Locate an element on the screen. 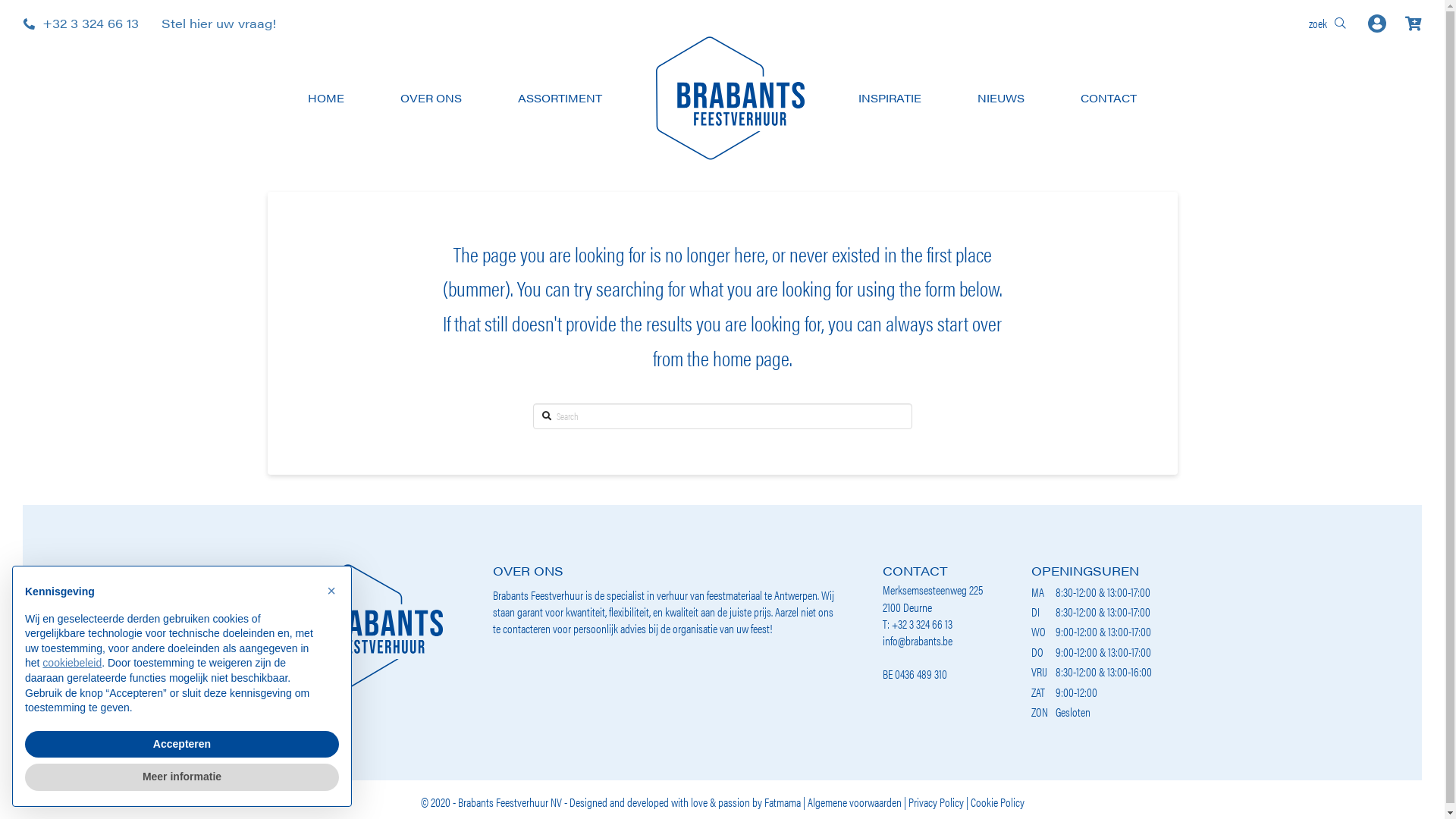 This screenshot has height=819, width=1456. 'Meer informatie' is located at coordinates (182, 777).